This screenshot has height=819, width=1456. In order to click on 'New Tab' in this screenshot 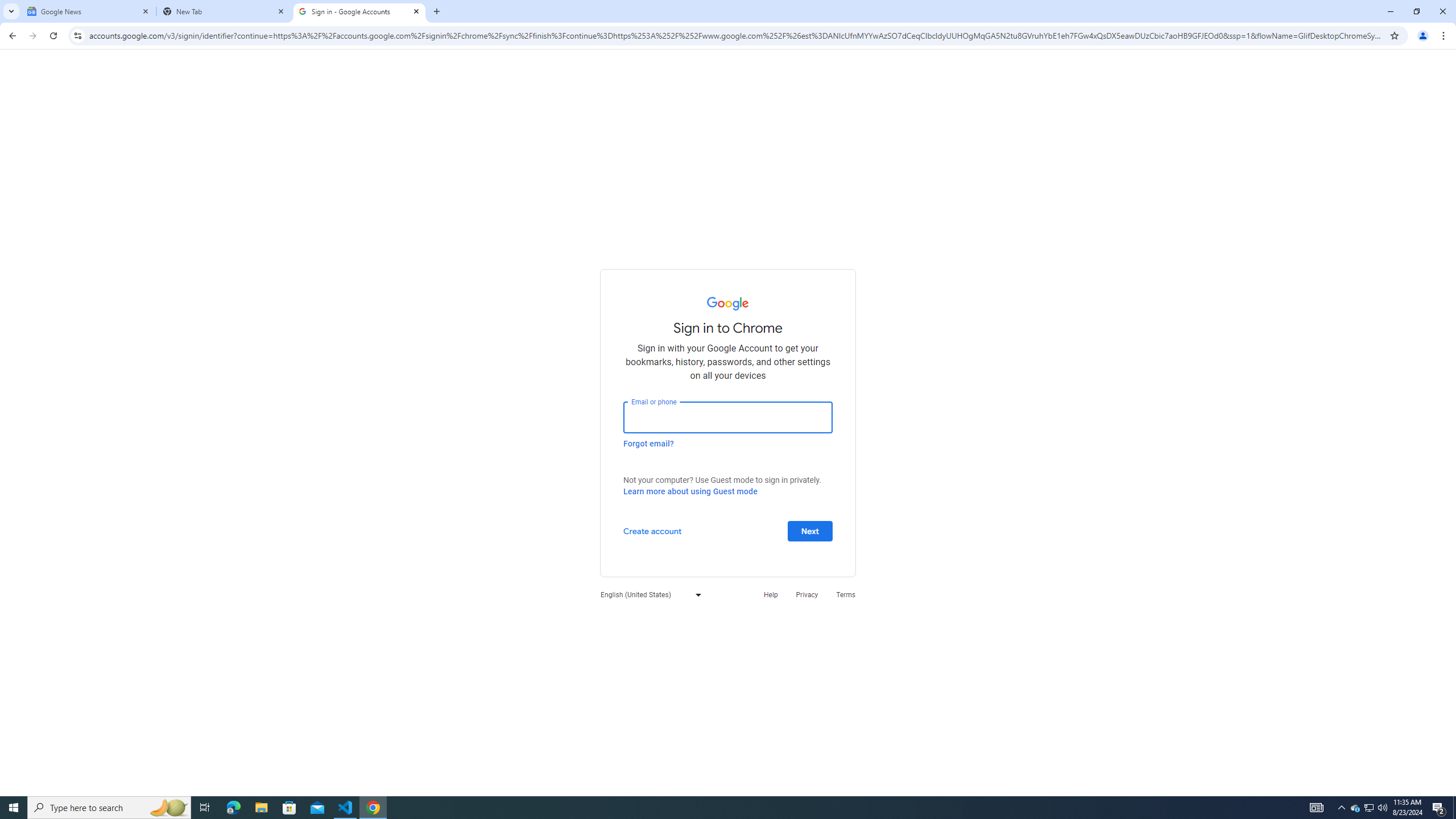, I will do `click(224, 11)`.